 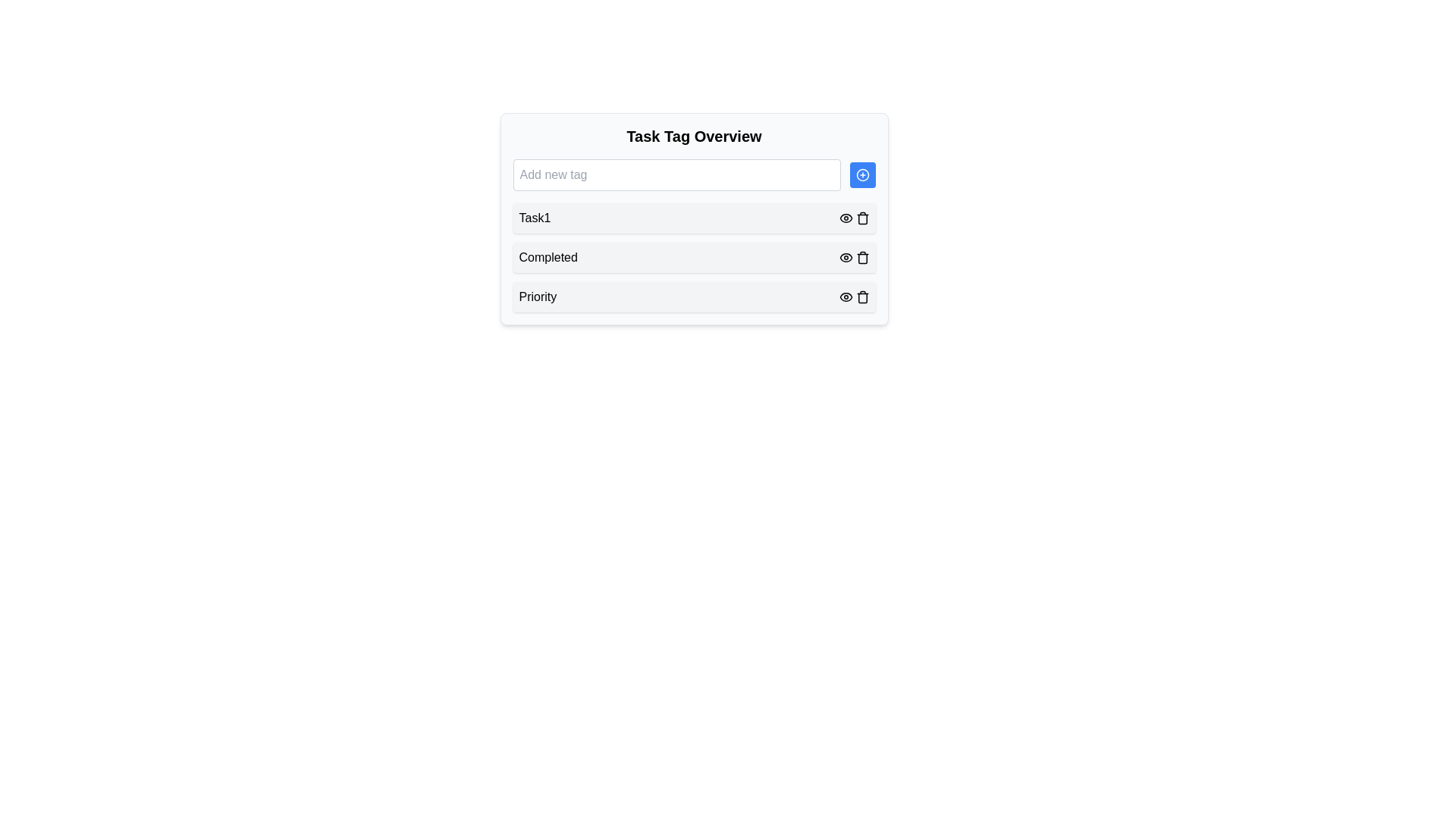 What do you see at coordinates (854, 218) in the screenshot?
I see `the eye icon in the Composite Control containing the eye and trash bin icons associated with the 'Task1' entry` at bounding box center [854, 218].